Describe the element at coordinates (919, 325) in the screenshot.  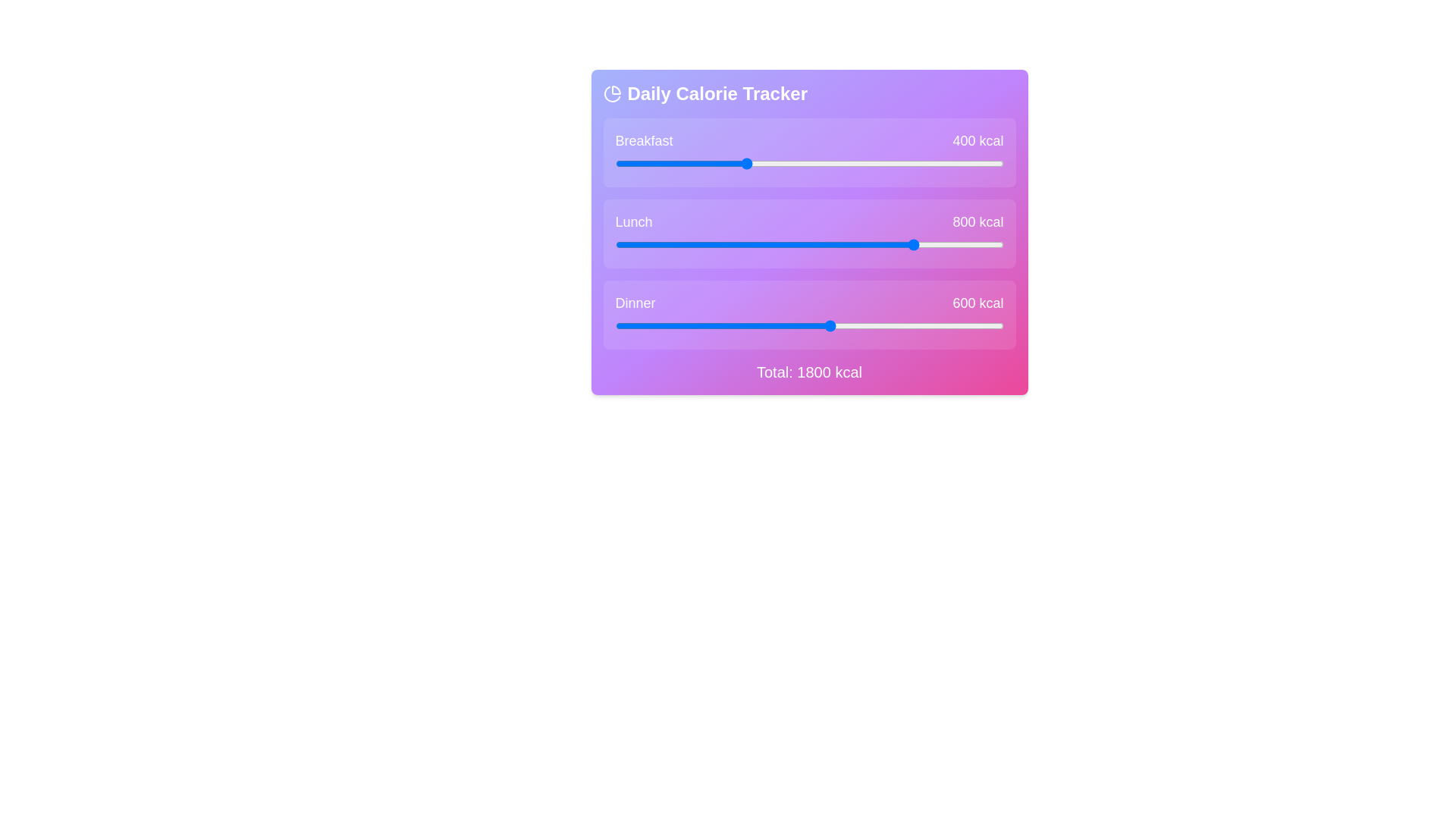
I see `the dinner calorie slider` at that location.